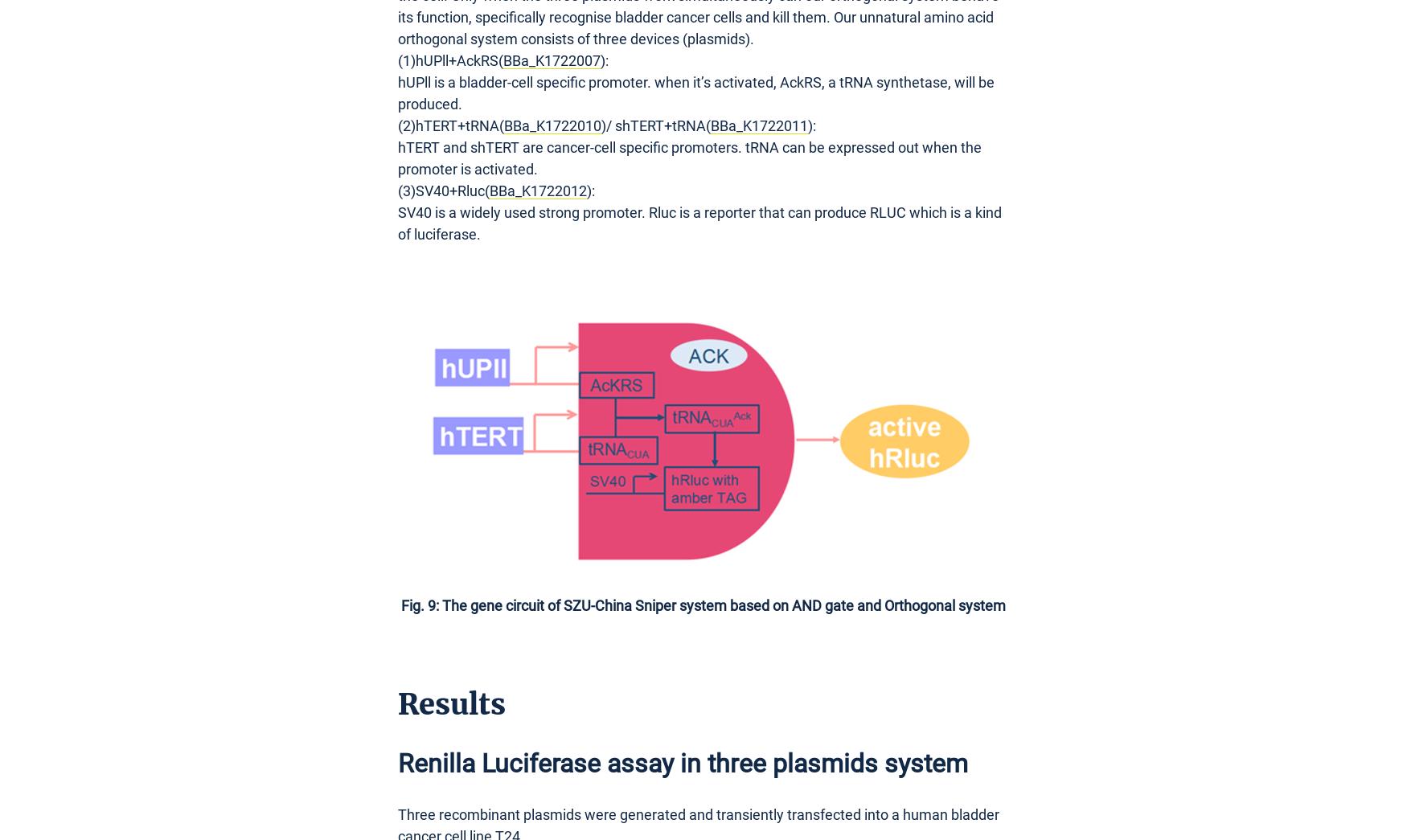 Image resolution: width=1407 pixels, height=840 pixels. What do you see at coordinates (449, 59) in the screenshot?
I see `'(1)hUPll+AckRS('` at bounding box center [449, 59].